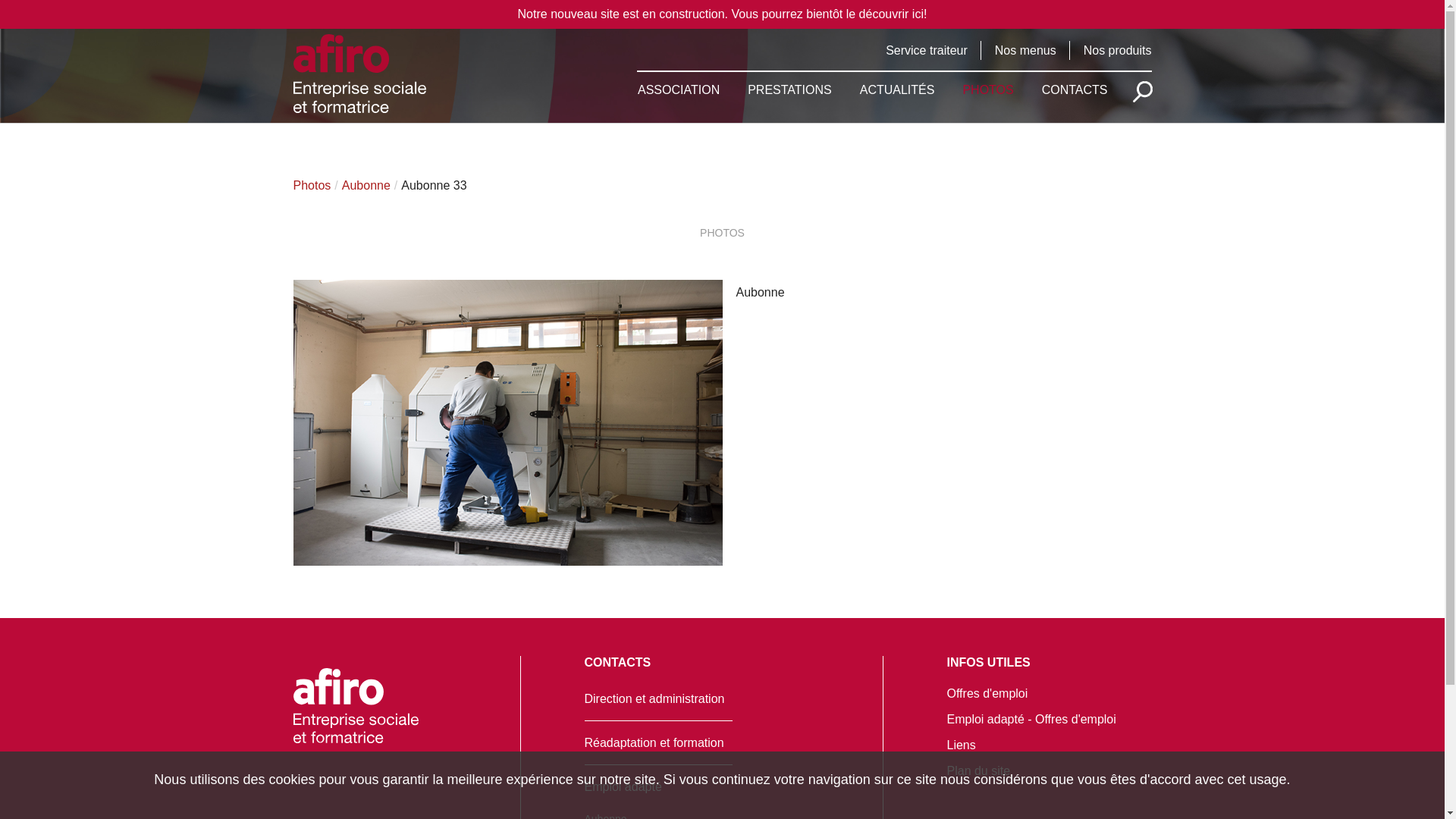 The image size is (1456, 819). Describe the element at coordinates (978, 770) in the screenshot. I see `'Plan du site'` at that location.